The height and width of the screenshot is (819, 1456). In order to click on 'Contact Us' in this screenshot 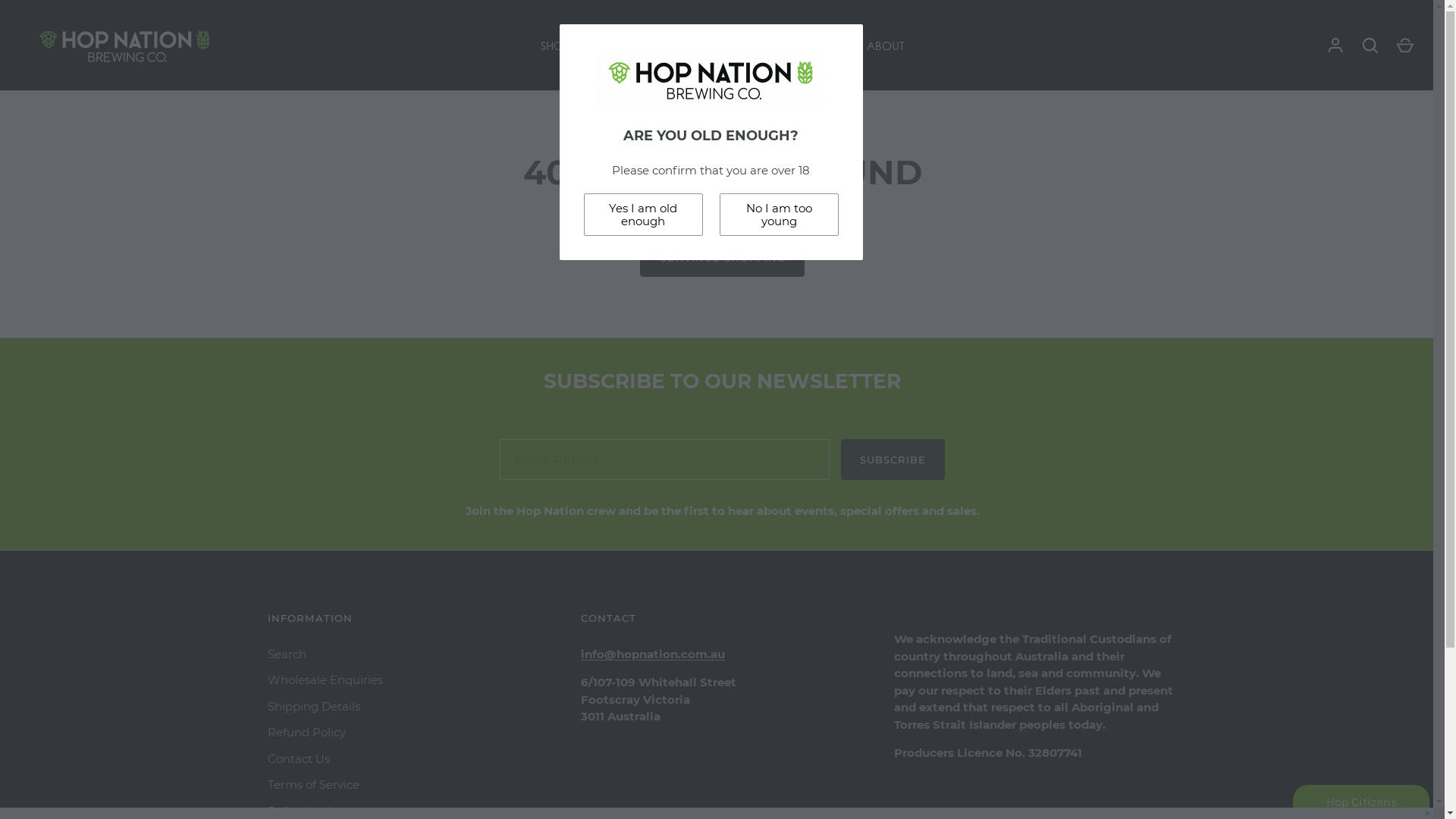, I will do `click(298, 758)`.